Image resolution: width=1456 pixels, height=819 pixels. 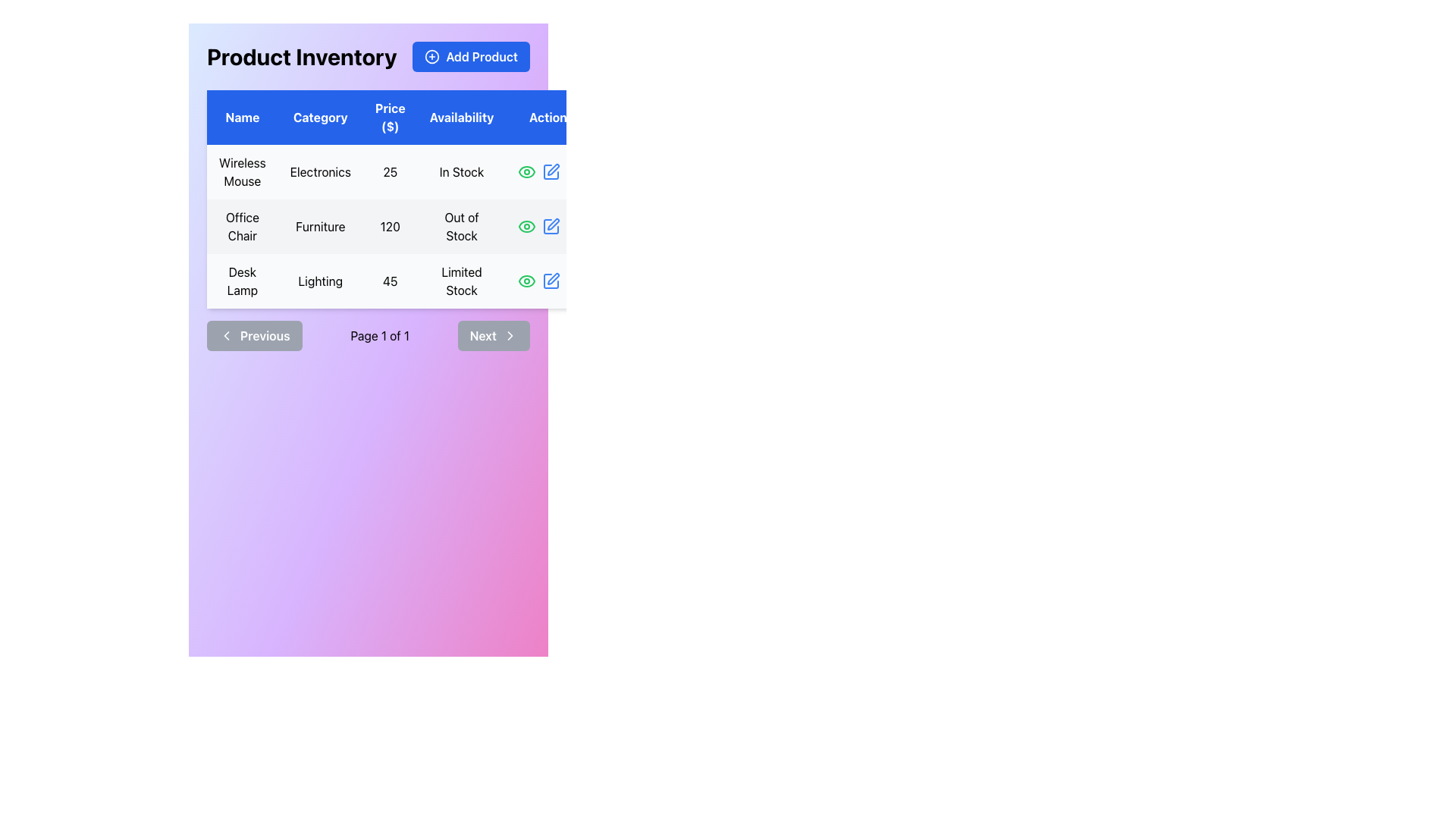 What do you see at coordinates (390, 171) in the screenshot?
I see `the table cell displaying the price value '25' for the product 'Wireless Mouse' in the 'Price ($)' column of the inventory table` at bounding box center [390, 171].